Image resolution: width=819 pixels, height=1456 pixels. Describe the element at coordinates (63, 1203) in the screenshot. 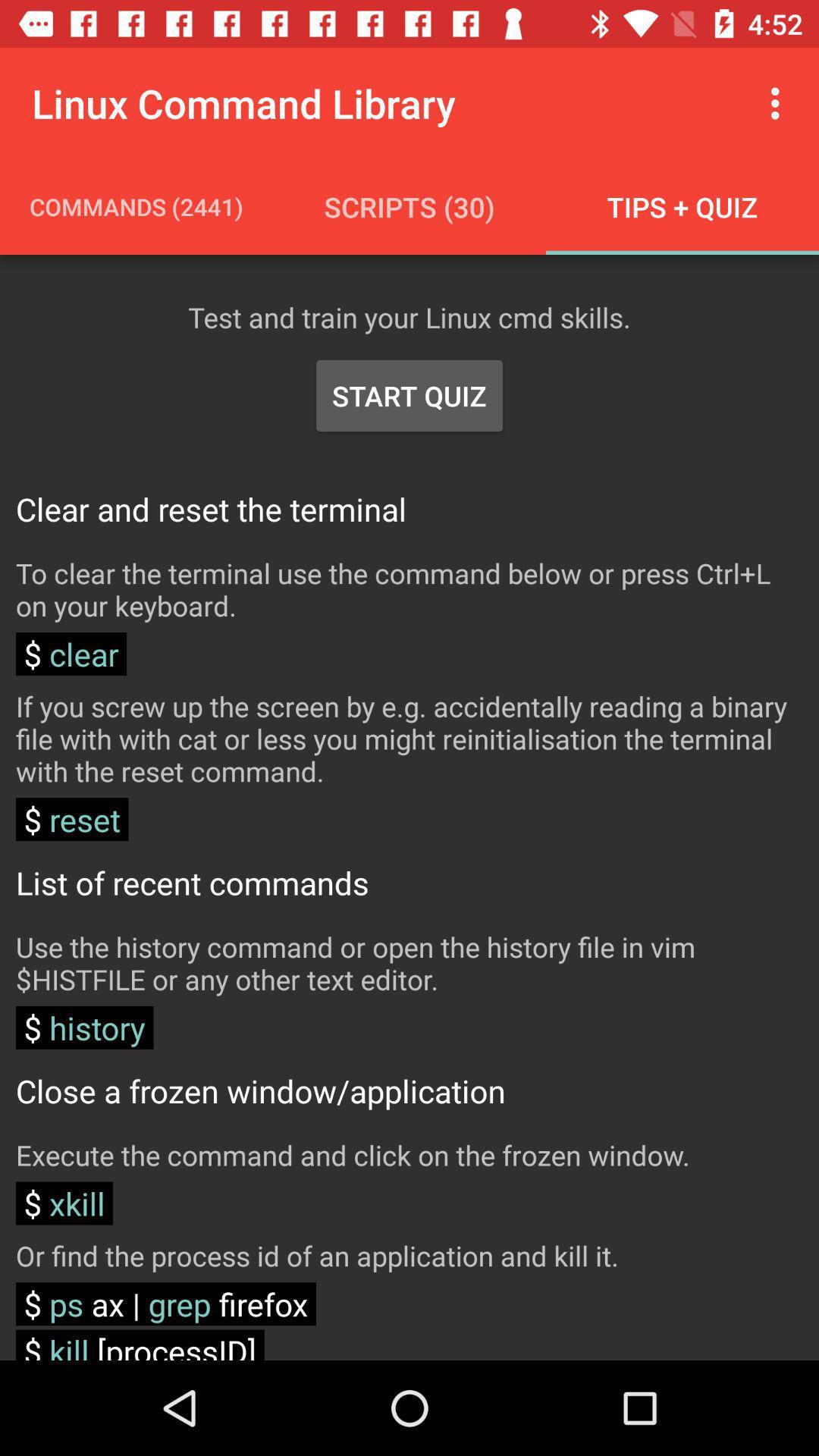

I see `xkill` at that location.